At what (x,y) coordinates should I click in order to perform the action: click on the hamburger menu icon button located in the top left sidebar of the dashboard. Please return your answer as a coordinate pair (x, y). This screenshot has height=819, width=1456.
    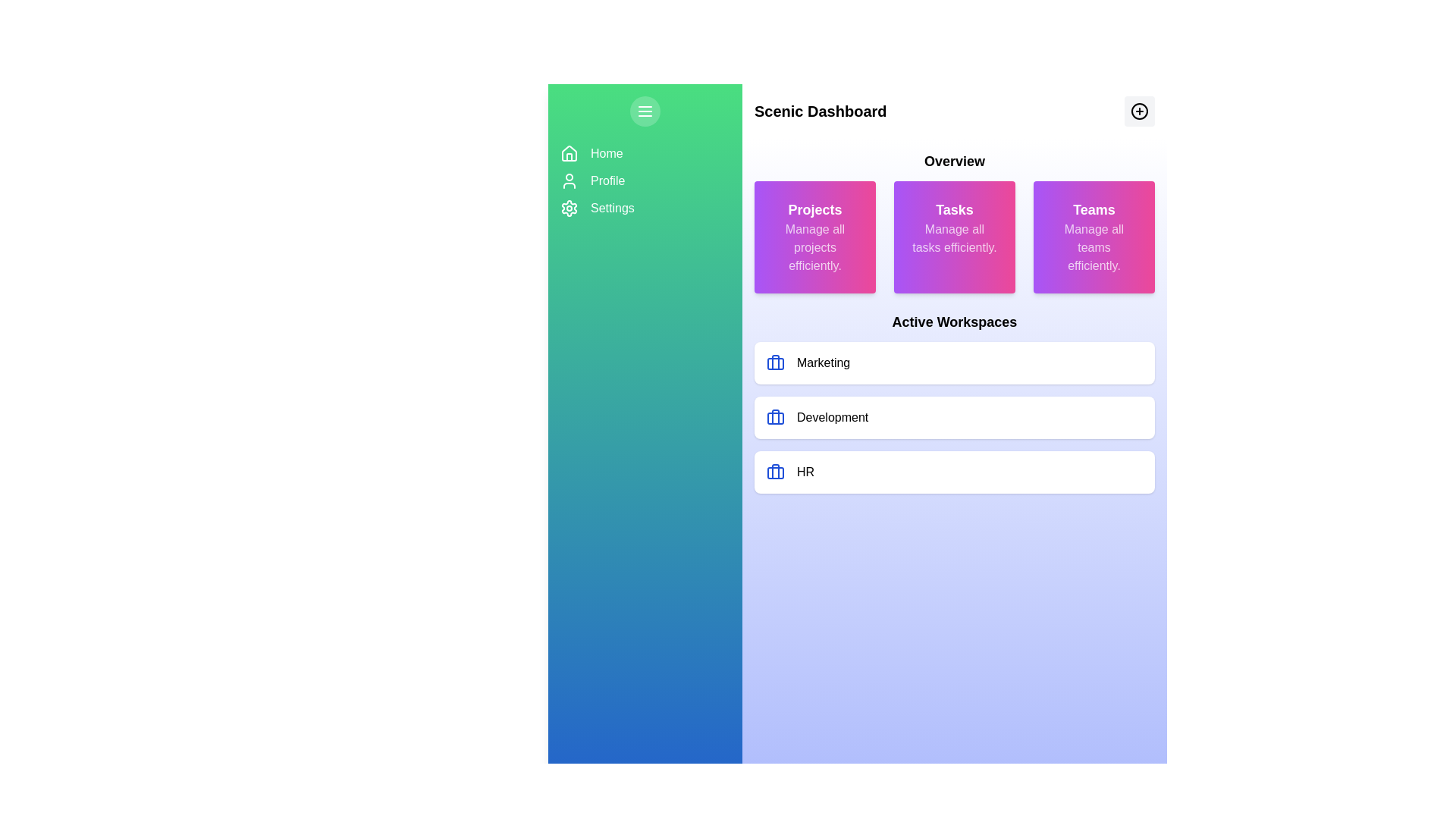
    Looking at the image, I should click on (645, 110).